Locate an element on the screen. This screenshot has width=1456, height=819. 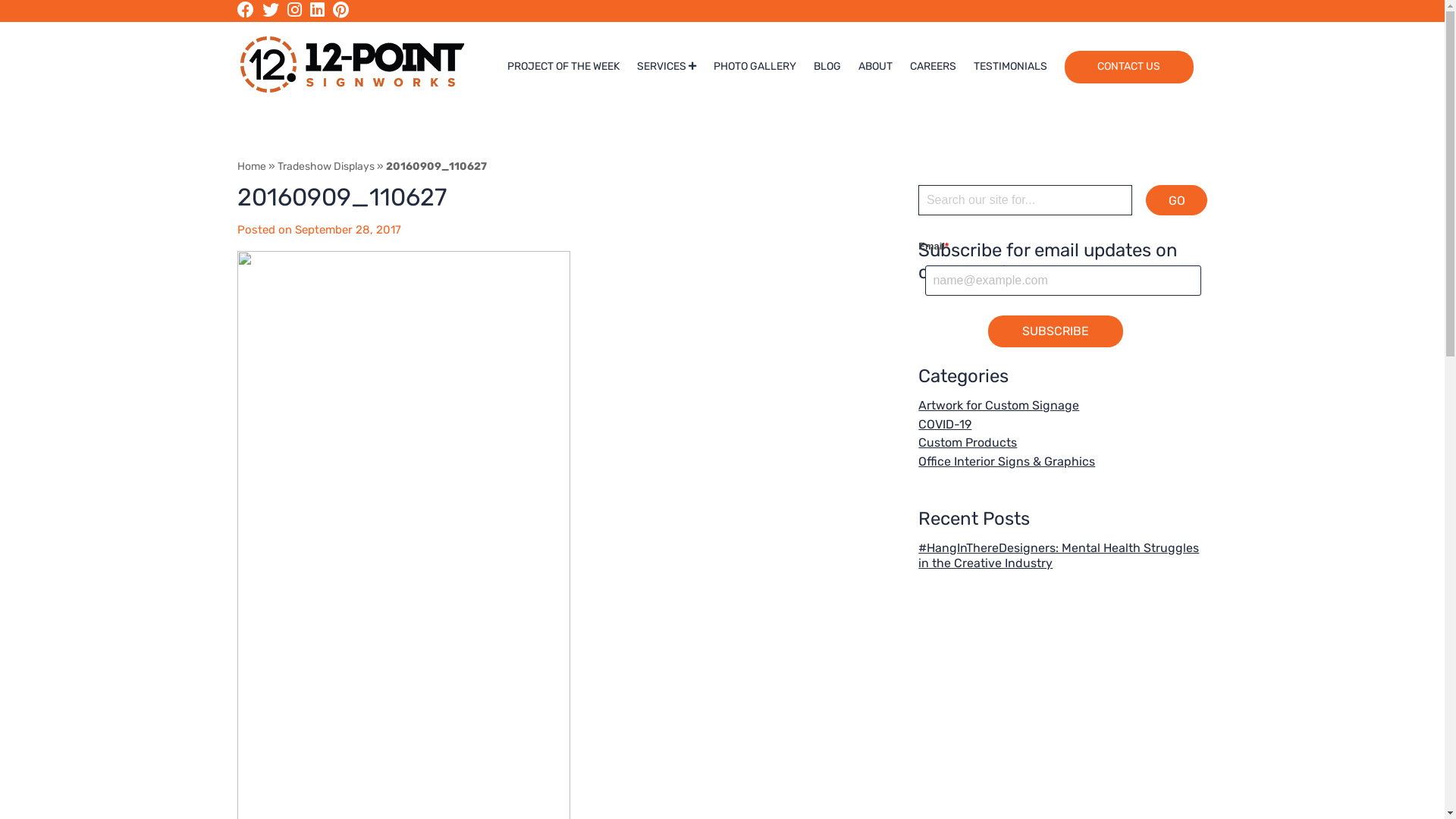
'PROJECT OF THE WEEK' is located at coordinates (507, 66).